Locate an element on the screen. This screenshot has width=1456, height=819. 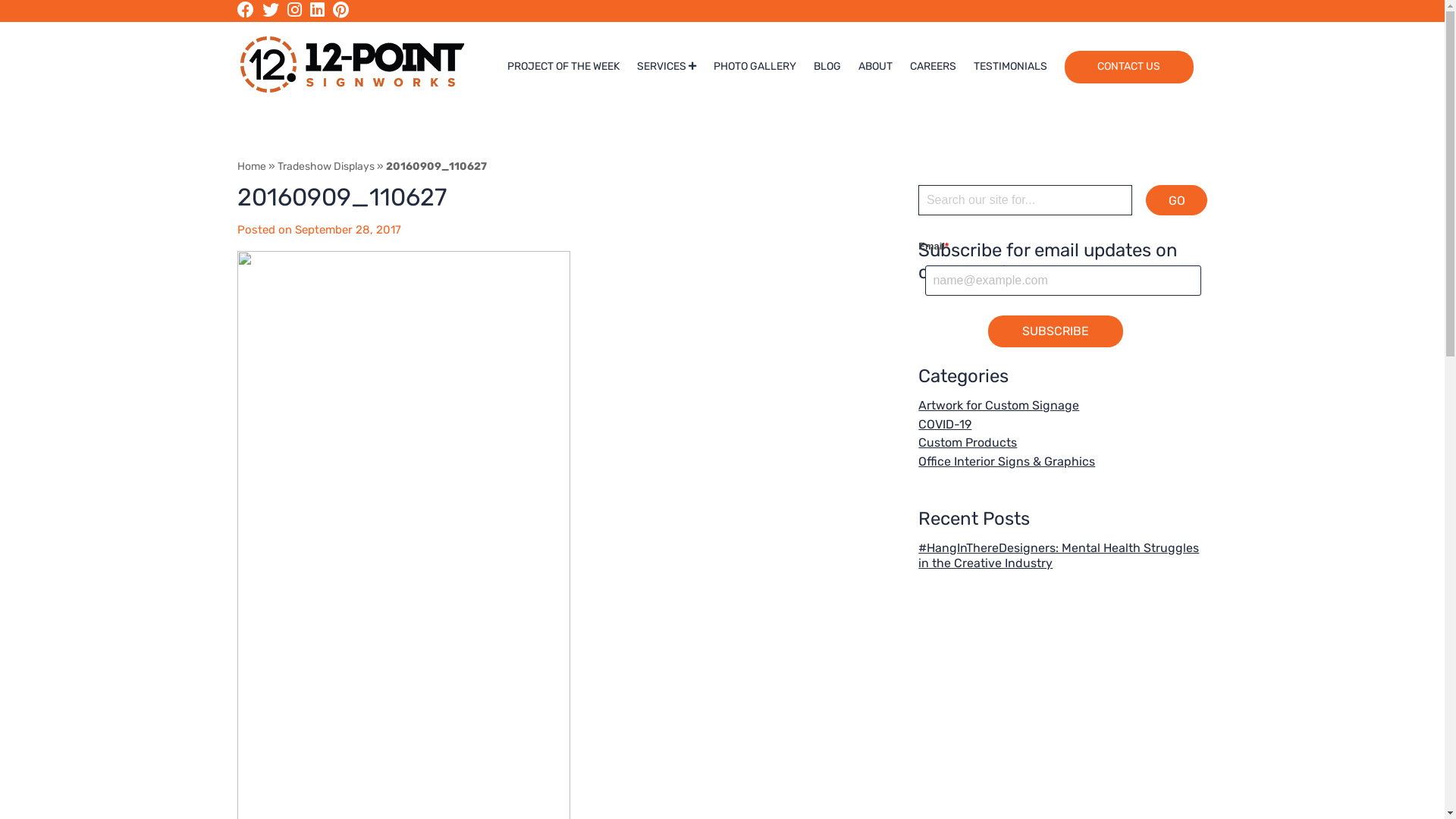
'PROJECT OF THE WEEK' is located at coordinates (507, 66).